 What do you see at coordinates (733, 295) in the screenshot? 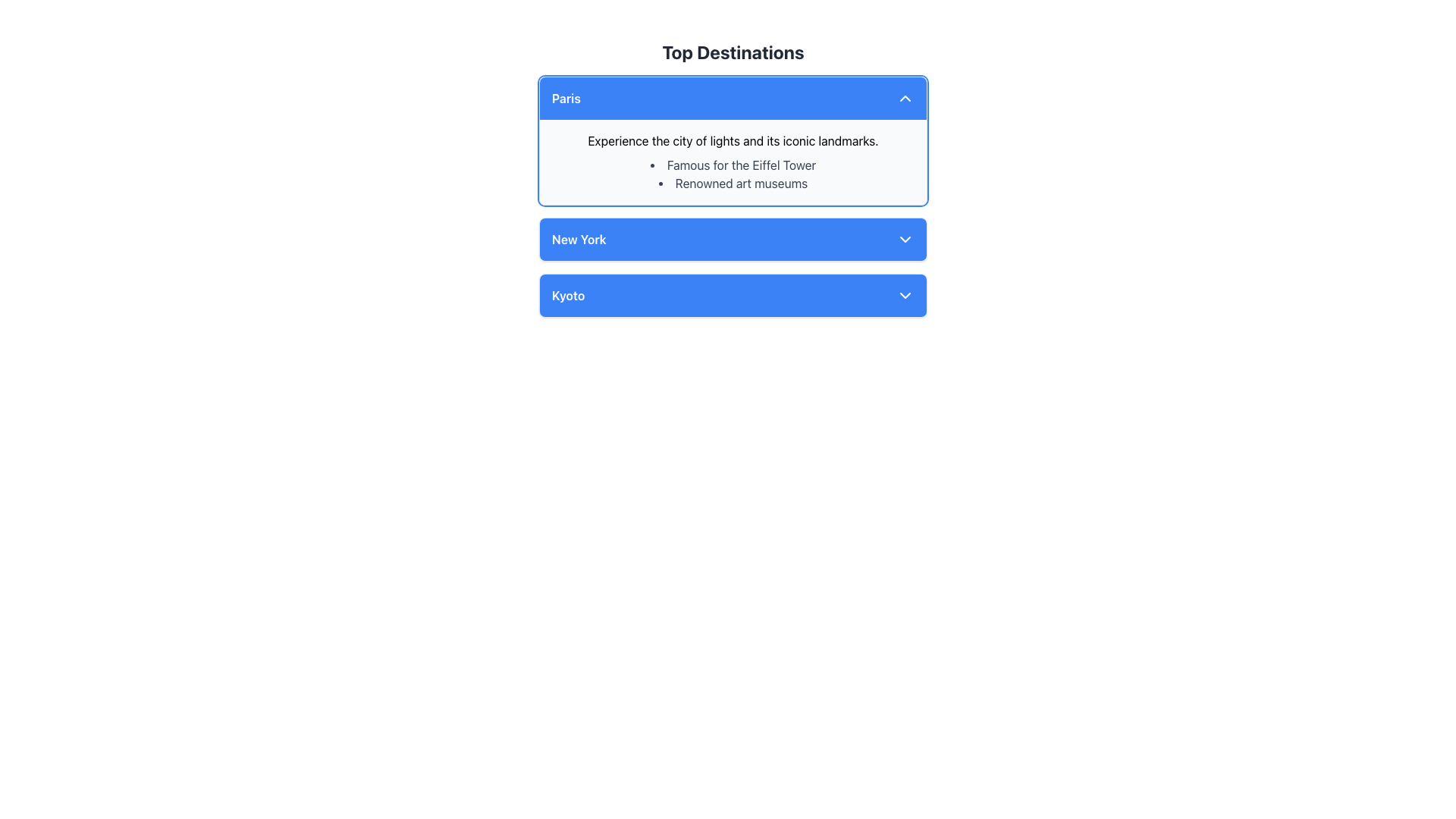
I see `the blue rectangular button labeled 'Kyoto'` at bounding box center [733, 295].